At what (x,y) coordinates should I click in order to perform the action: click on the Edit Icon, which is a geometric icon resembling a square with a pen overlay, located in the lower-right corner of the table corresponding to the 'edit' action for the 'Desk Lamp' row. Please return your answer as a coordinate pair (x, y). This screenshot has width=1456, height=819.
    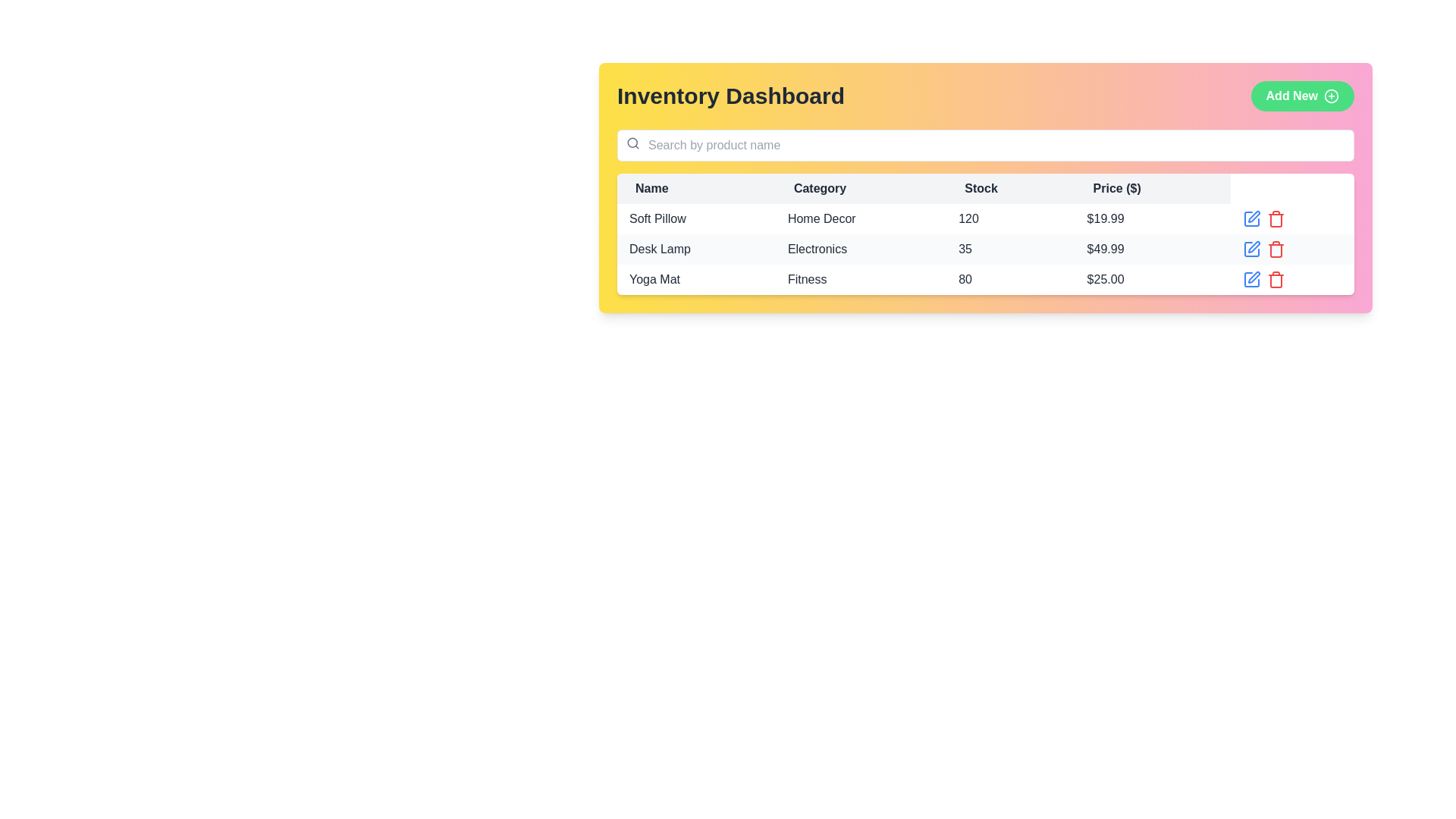
    Looking at the image, I should click on (1252, 219).